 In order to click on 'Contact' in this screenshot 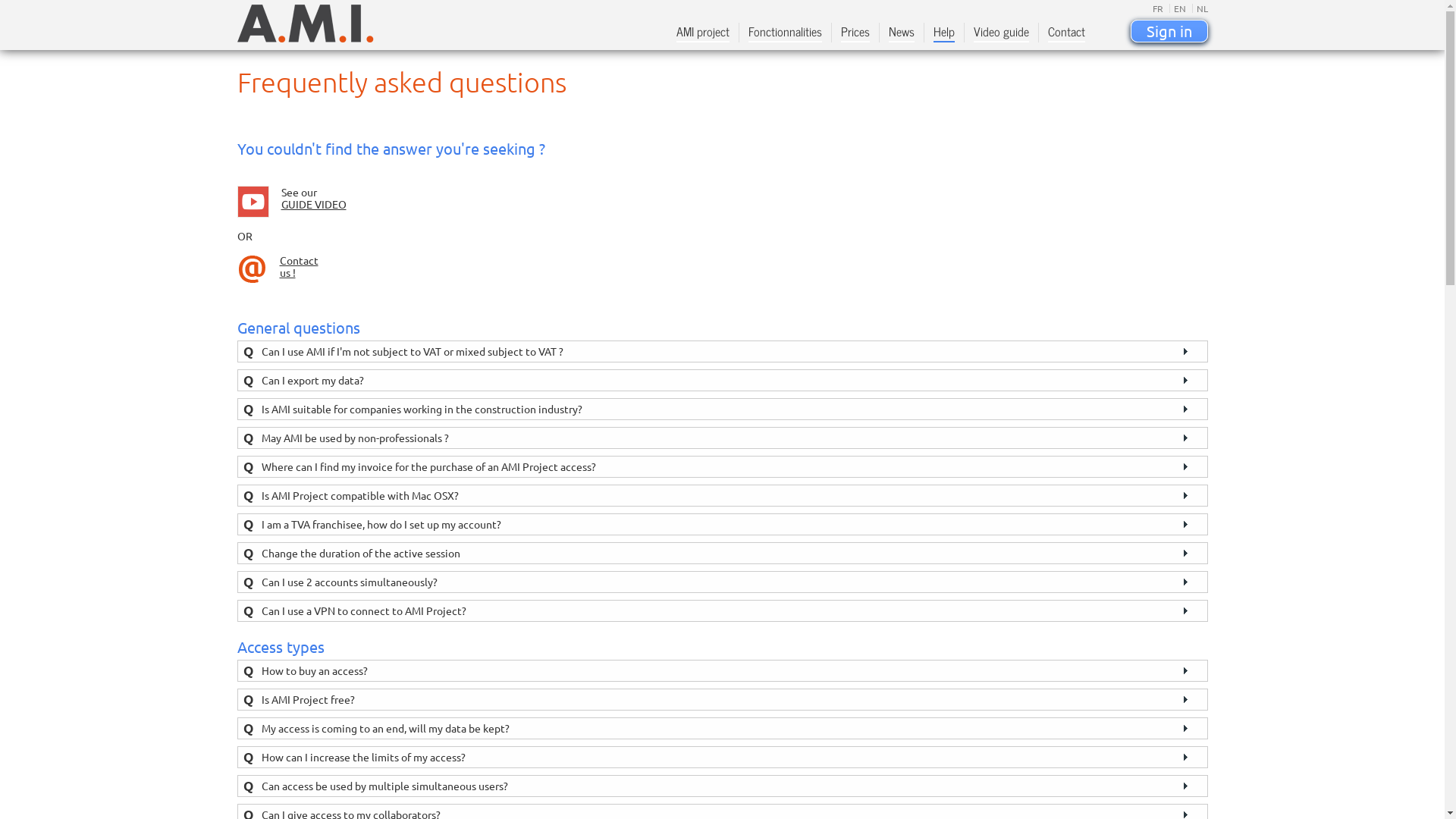, I will do `click(1047, 33)`.